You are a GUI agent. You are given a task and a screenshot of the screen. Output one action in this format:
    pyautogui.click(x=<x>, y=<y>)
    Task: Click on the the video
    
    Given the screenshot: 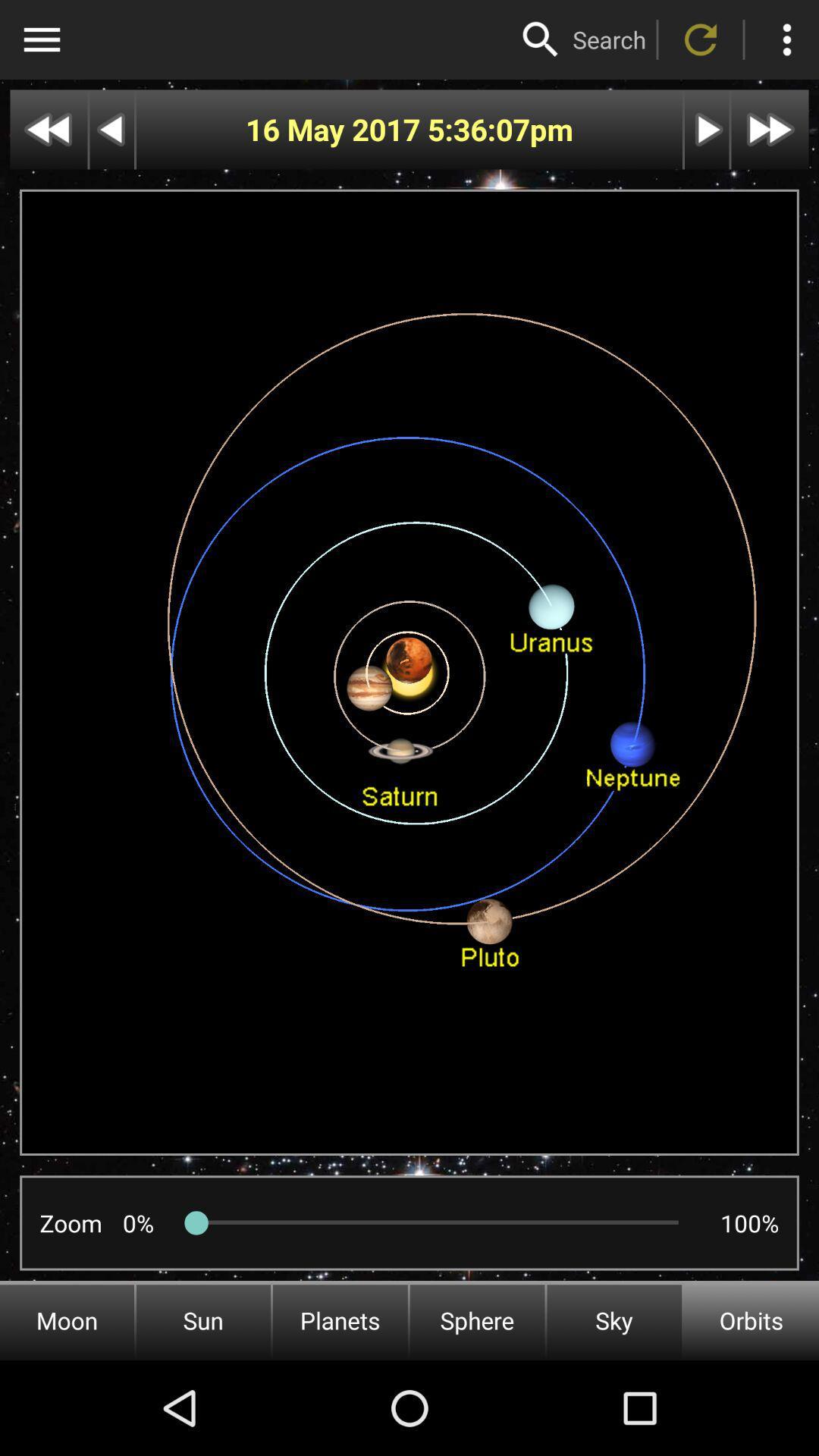 What is the action you would take?
    pyautogui.click(x=707, y=130)
    